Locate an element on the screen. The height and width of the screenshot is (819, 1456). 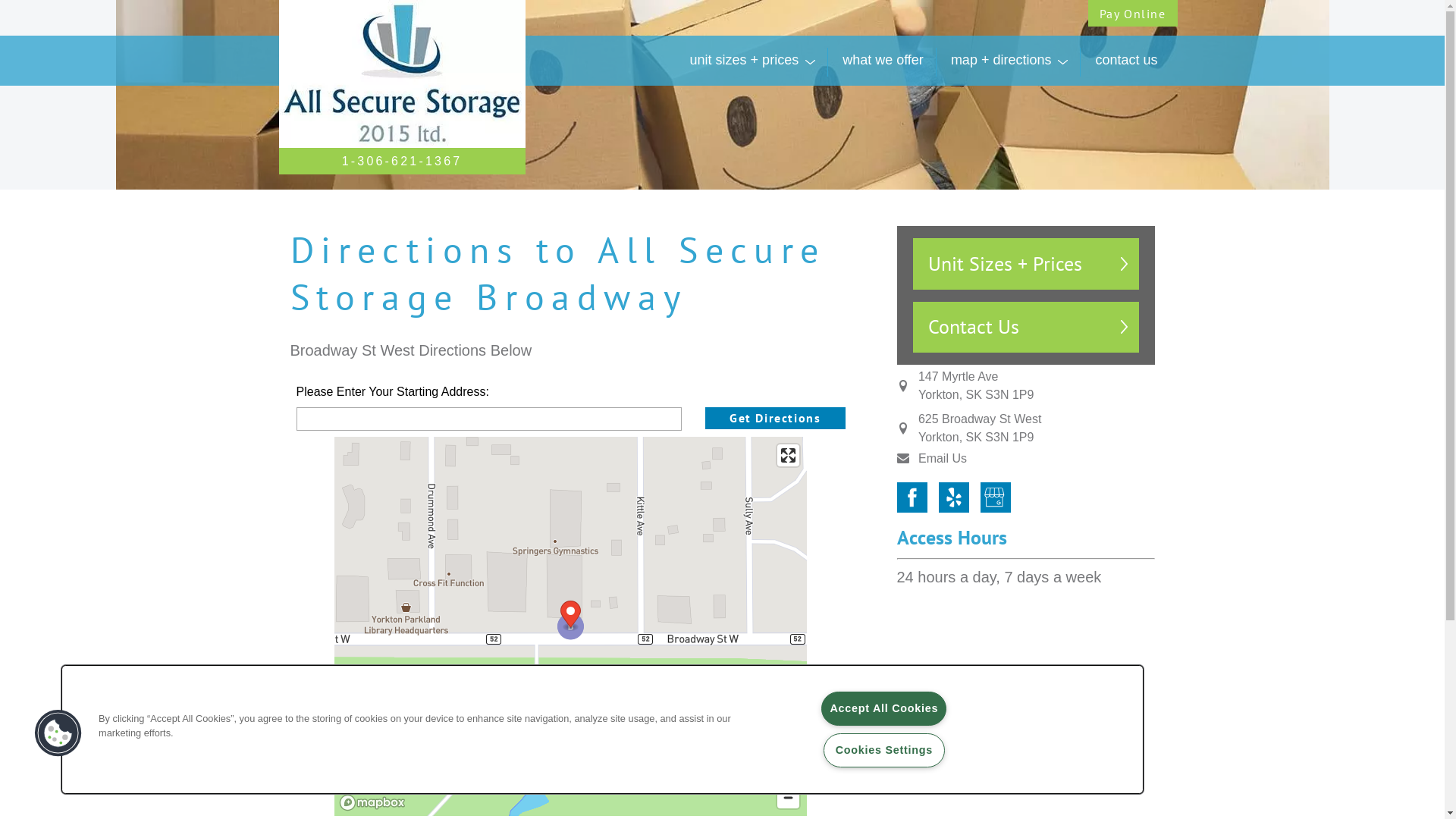
'Accept All Cookies' is located at coordinates (821, 708).